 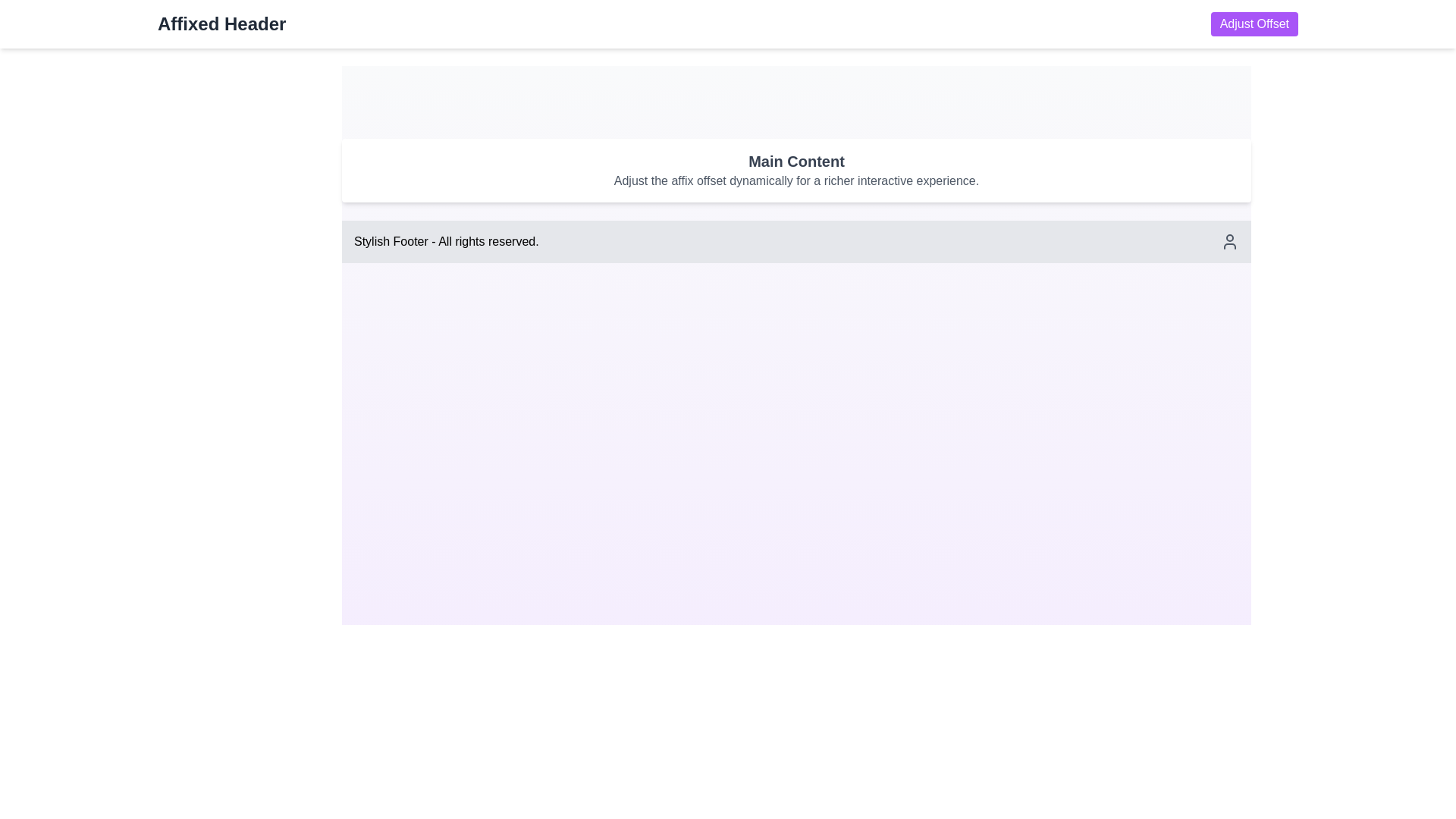 I want to click on the text element displaying 'Main Content' that is styled in a large bold gray font, located below the 'Affixed Header', so click(x=795, y=161).